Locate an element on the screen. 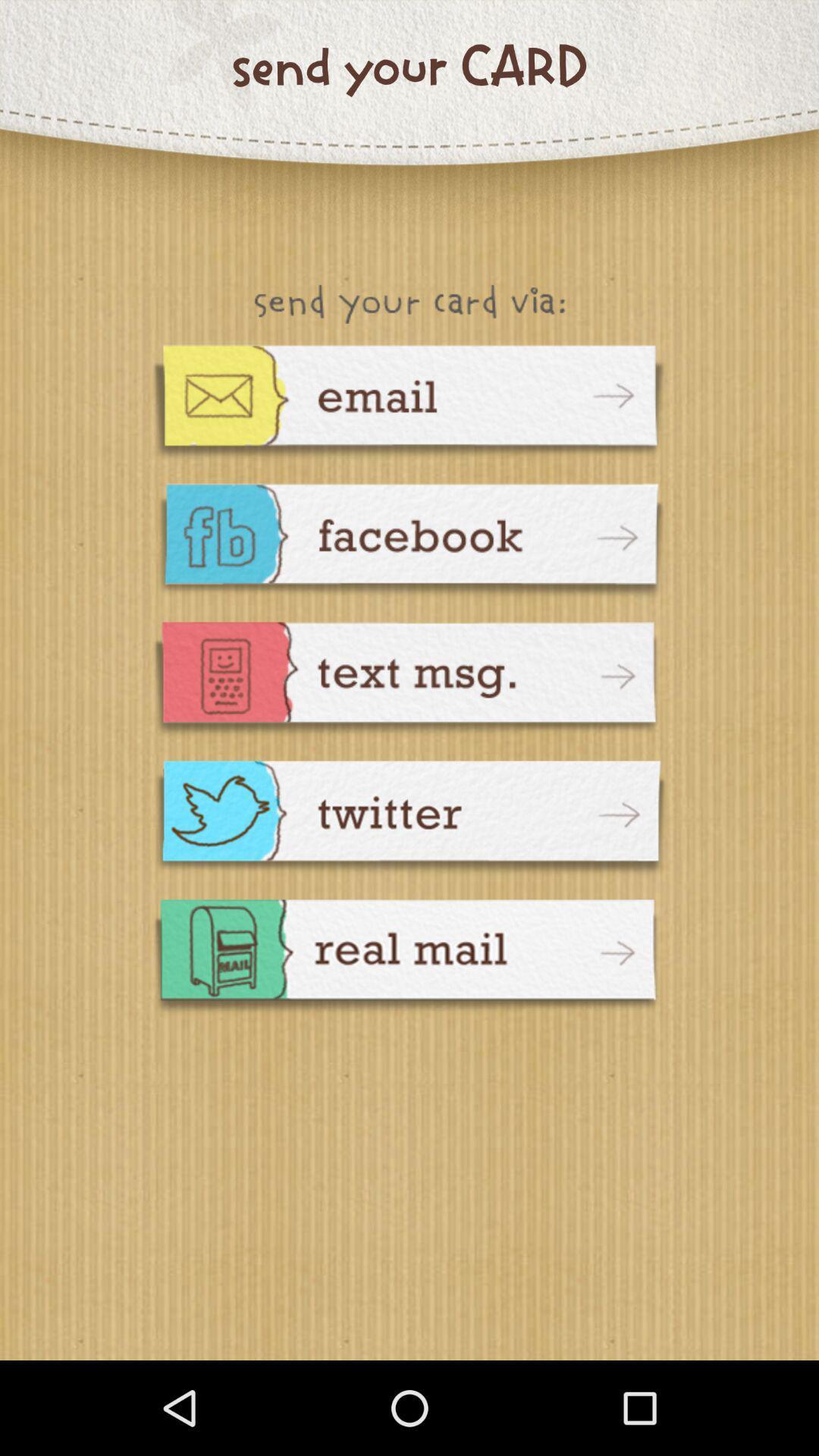  share through facebook is located at coordinates (409, 542).